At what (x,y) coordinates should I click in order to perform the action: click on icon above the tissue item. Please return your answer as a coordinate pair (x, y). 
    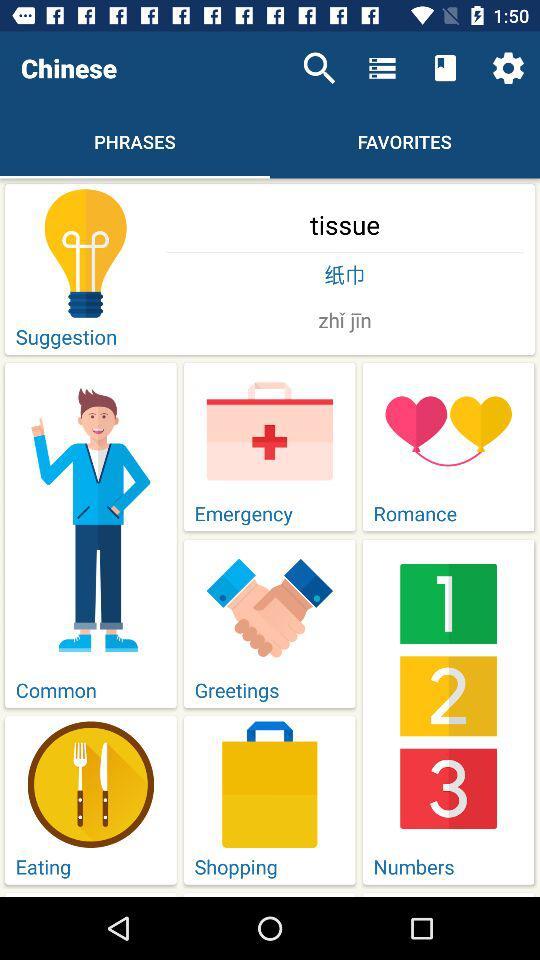
    Looking at the image, I should click on (508, 68).